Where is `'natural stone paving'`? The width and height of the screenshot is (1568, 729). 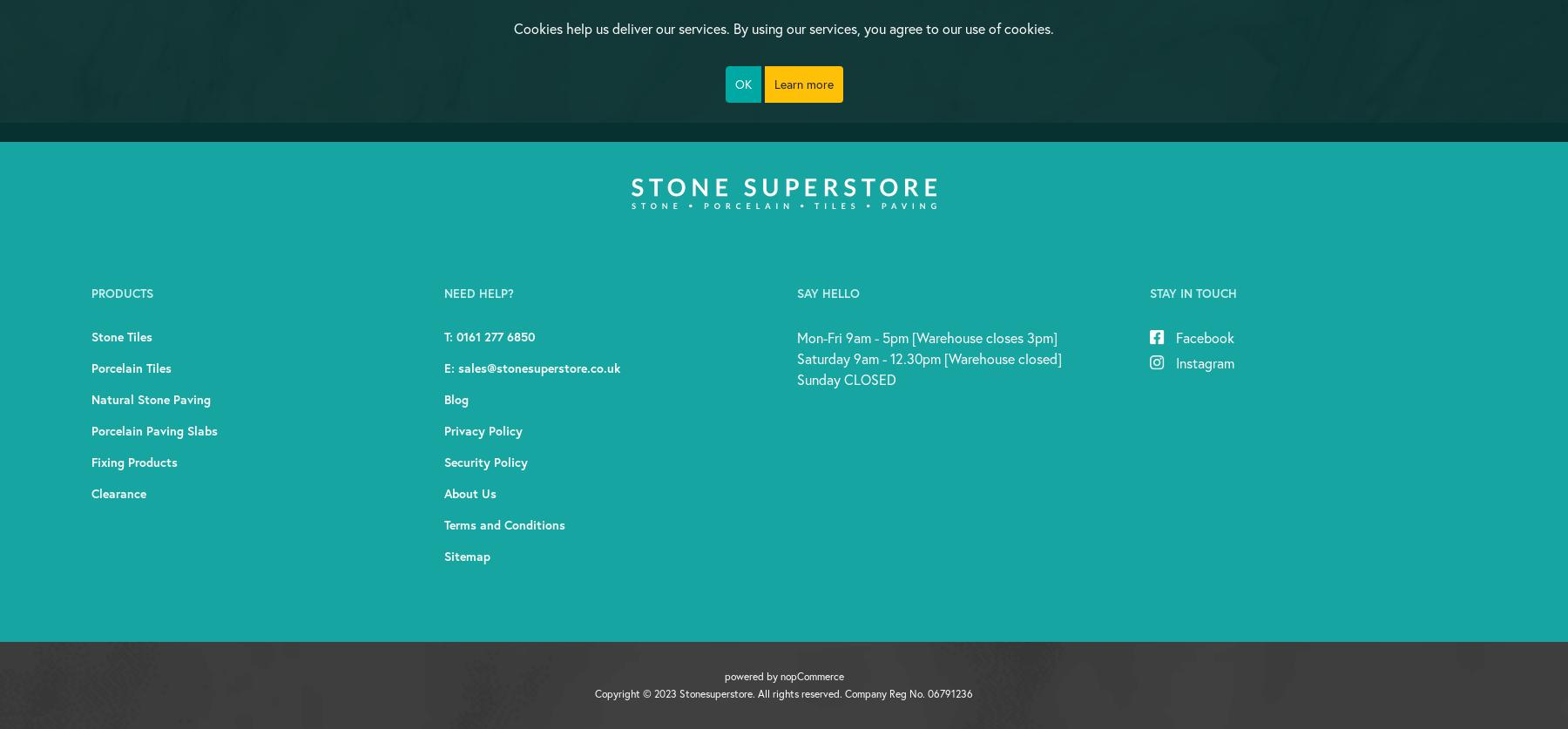
'natural stone paving' is located at coordinates (151, 397).